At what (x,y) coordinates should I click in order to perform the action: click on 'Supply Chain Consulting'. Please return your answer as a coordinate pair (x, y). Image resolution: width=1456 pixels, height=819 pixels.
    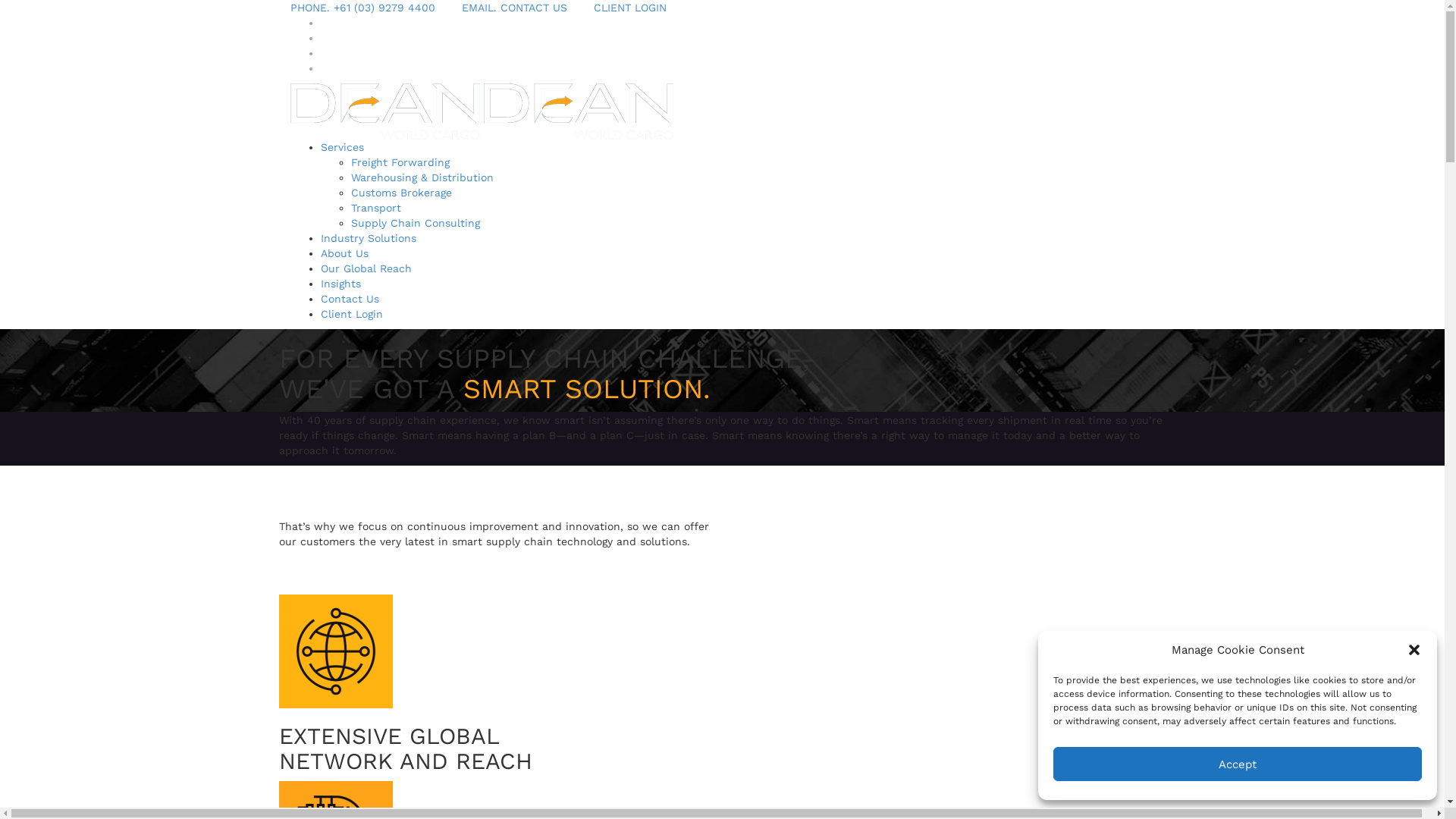
    Looking at the image, I should click on (349, 222).